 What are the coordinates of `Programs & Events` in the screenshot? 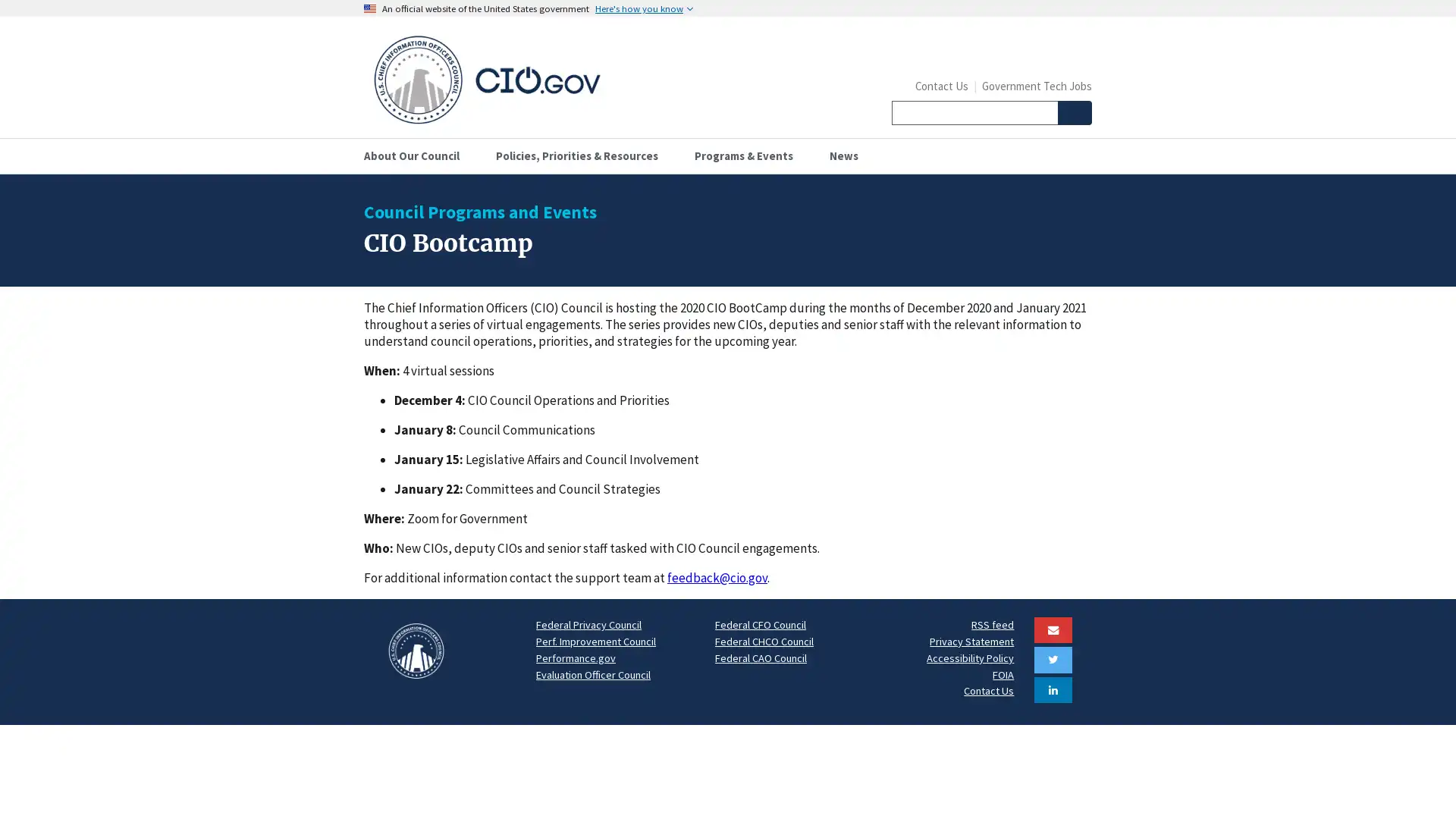 It's located at (749, 155).